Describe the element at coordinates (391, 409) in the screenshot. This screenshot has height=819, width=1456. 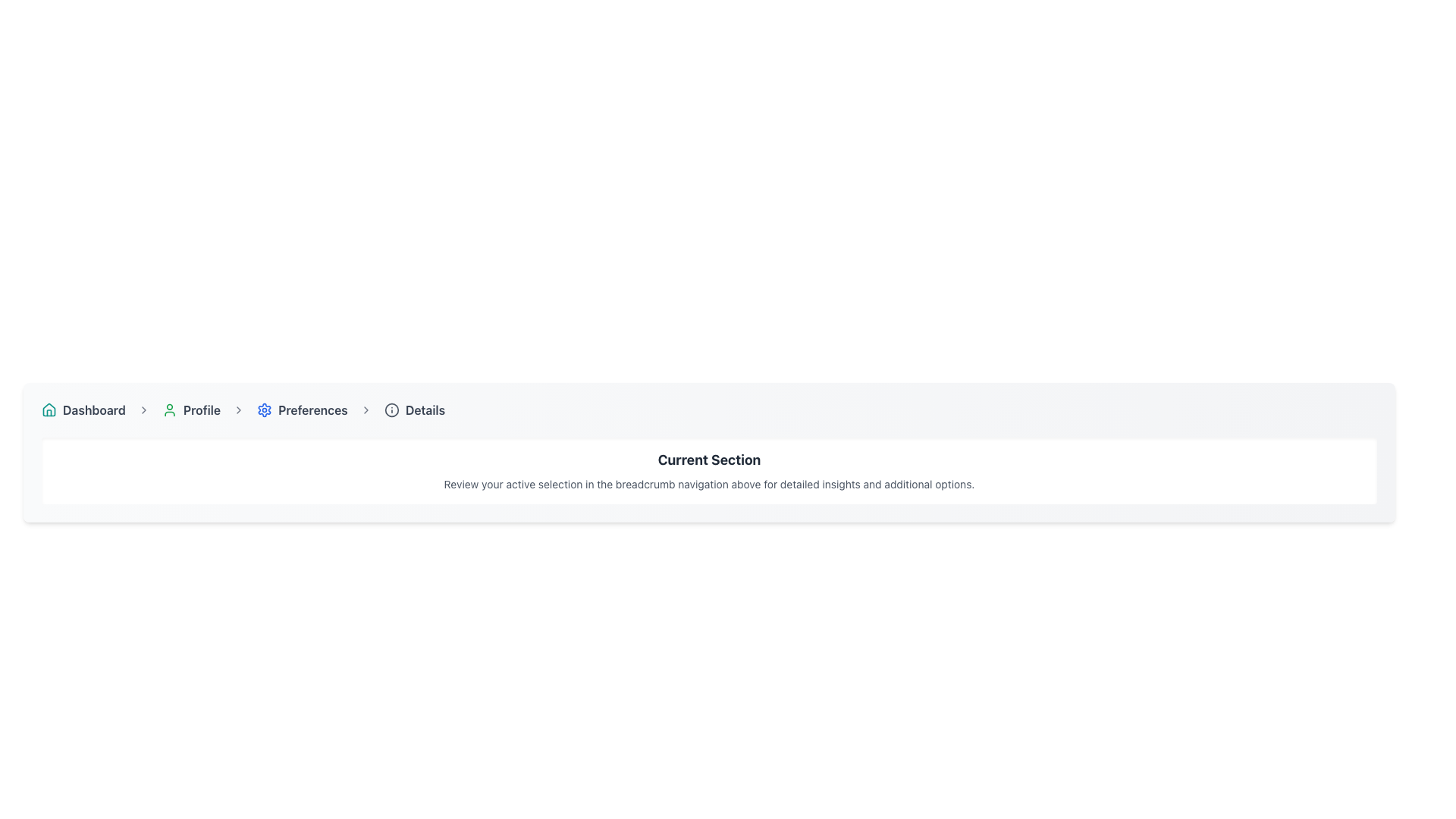
I see `the circular icon styled as part of the SVG graphic within the breadcrumb navigation, which represents an information symbol, to note its association with the details breadcrumb` at that location.